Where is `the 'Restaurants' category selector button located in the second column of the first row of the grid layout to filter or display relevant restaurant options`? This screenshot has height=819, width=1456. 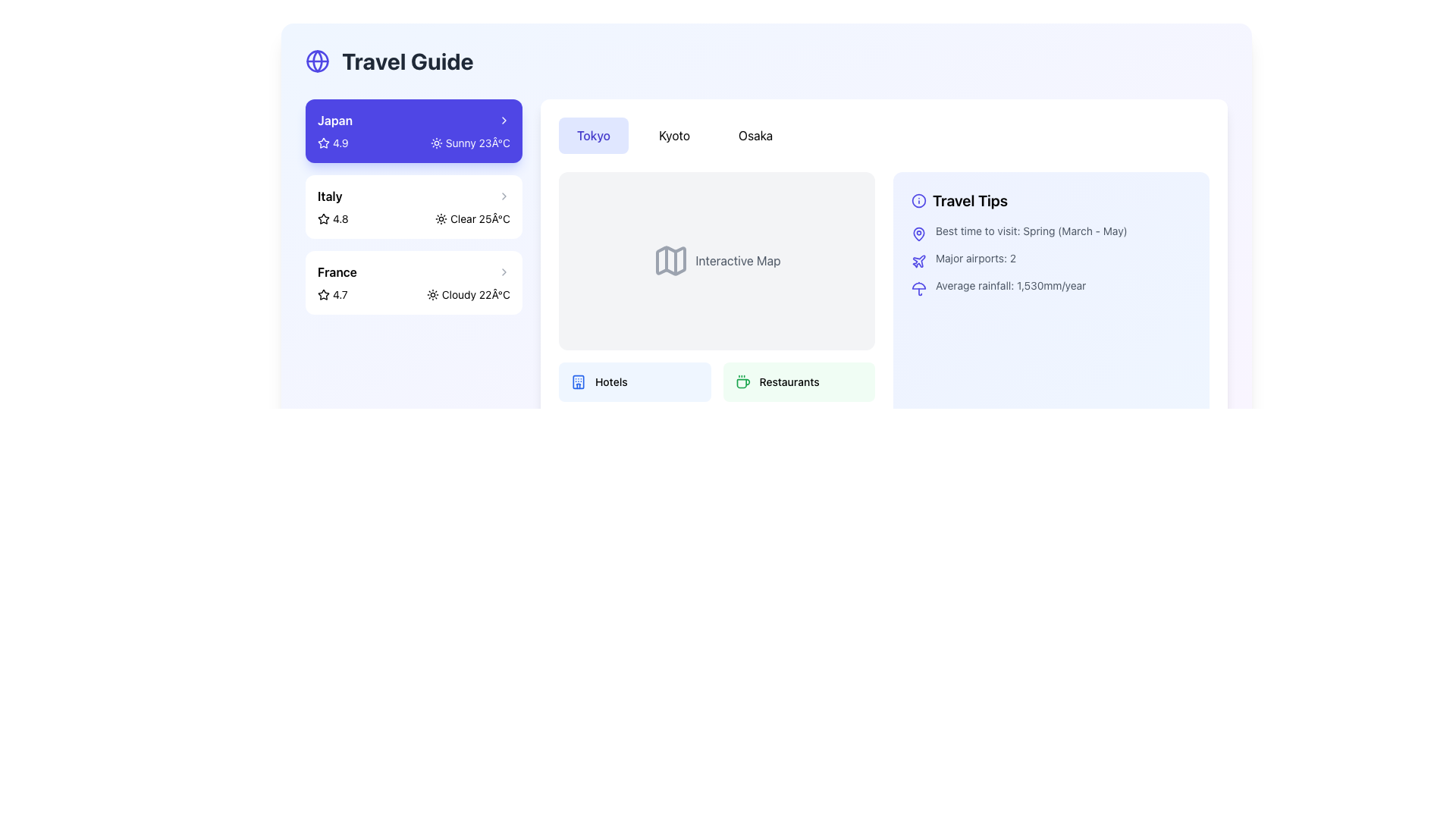
the 'Restaurants' category selector button located in the second column of the first row of the grid layout to filter or display relevant restaurant options is located at coordinates (798, 381).